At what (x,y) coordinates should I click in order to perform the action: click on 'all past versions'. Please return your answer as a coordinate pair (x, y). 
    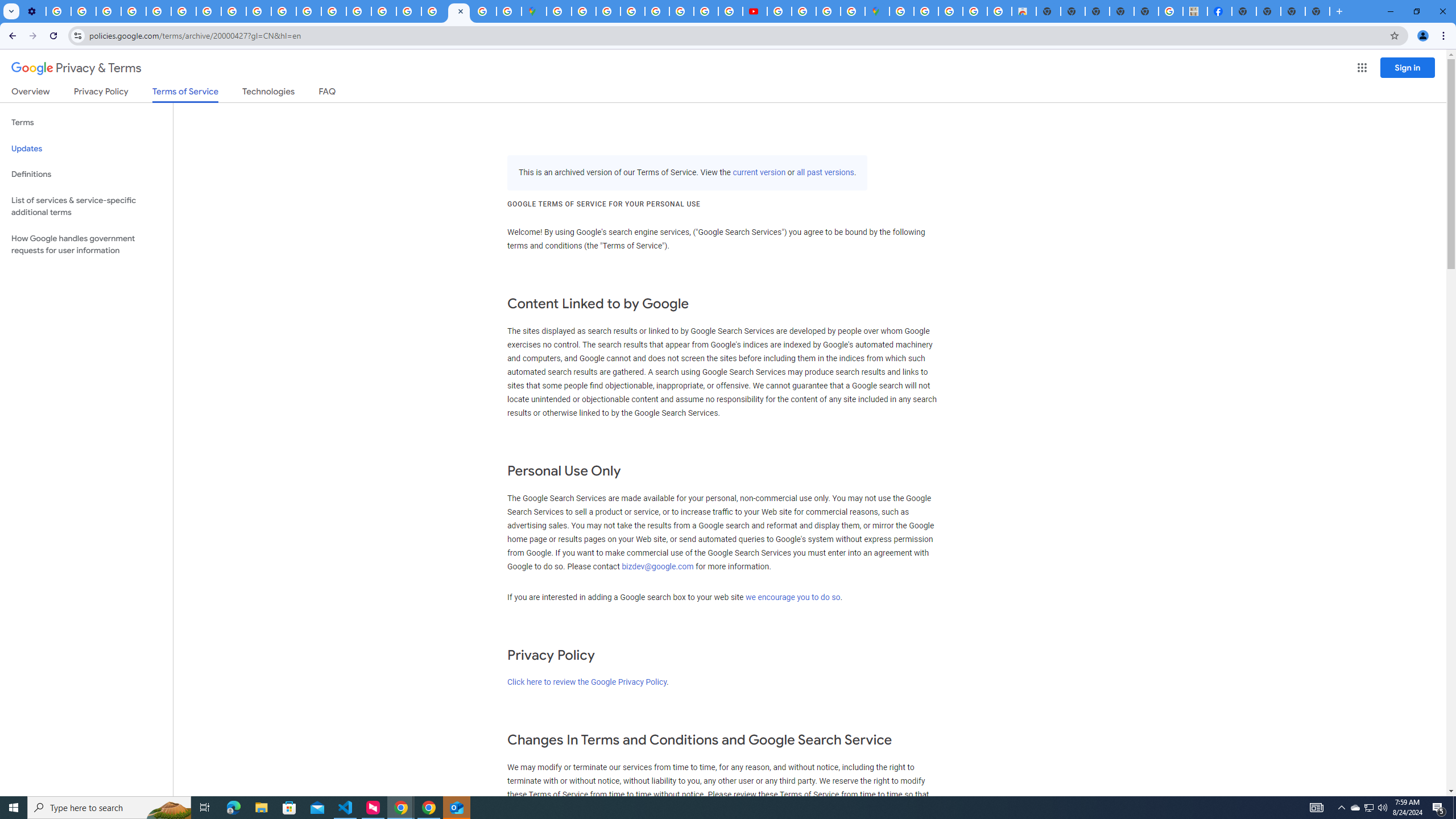
    Looking at the image, I should click on (825, 172).